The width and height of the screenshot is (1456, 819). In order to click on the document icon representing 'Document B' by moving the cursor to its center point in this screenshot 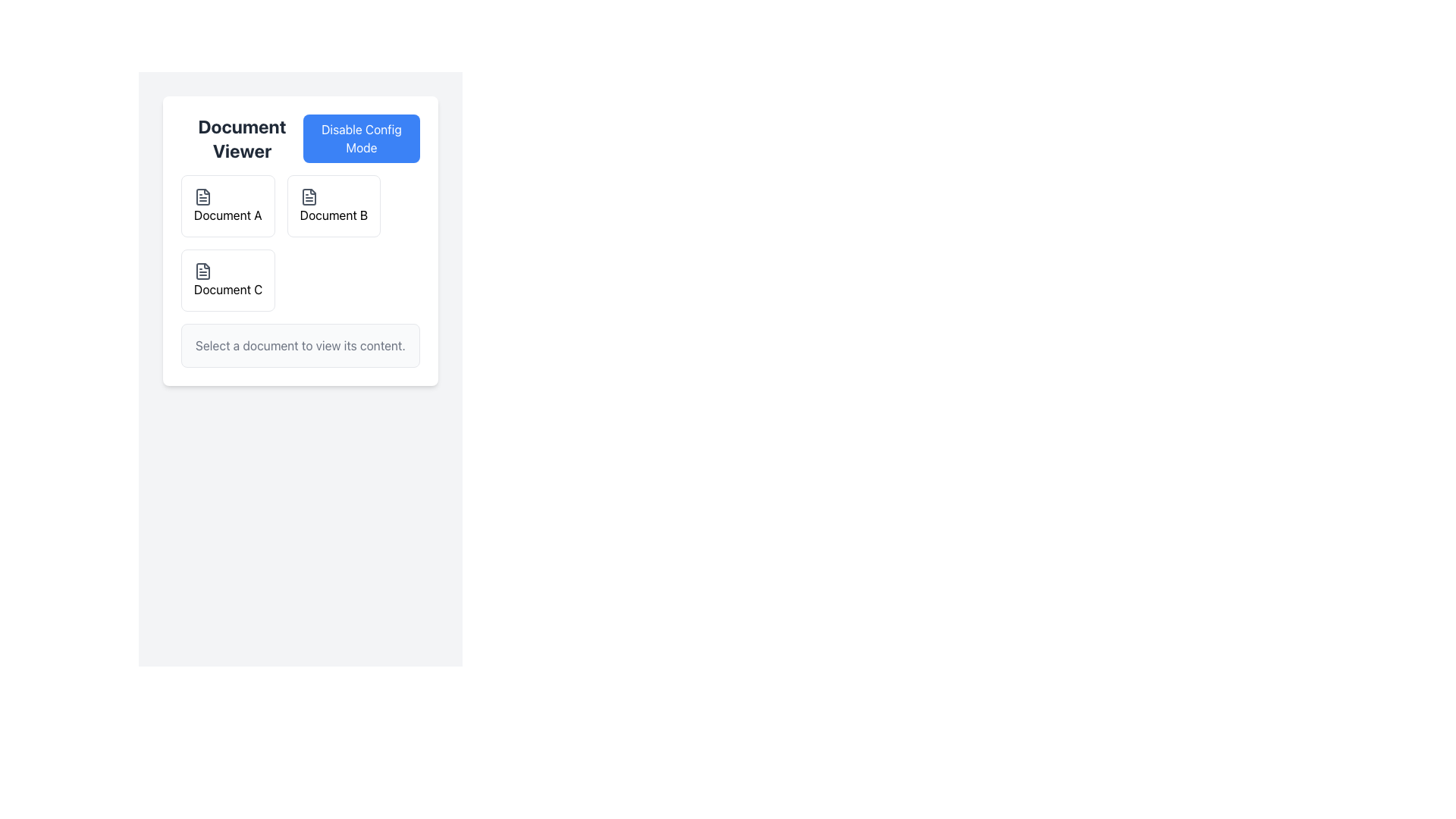, I will do `click(308, 196)`.